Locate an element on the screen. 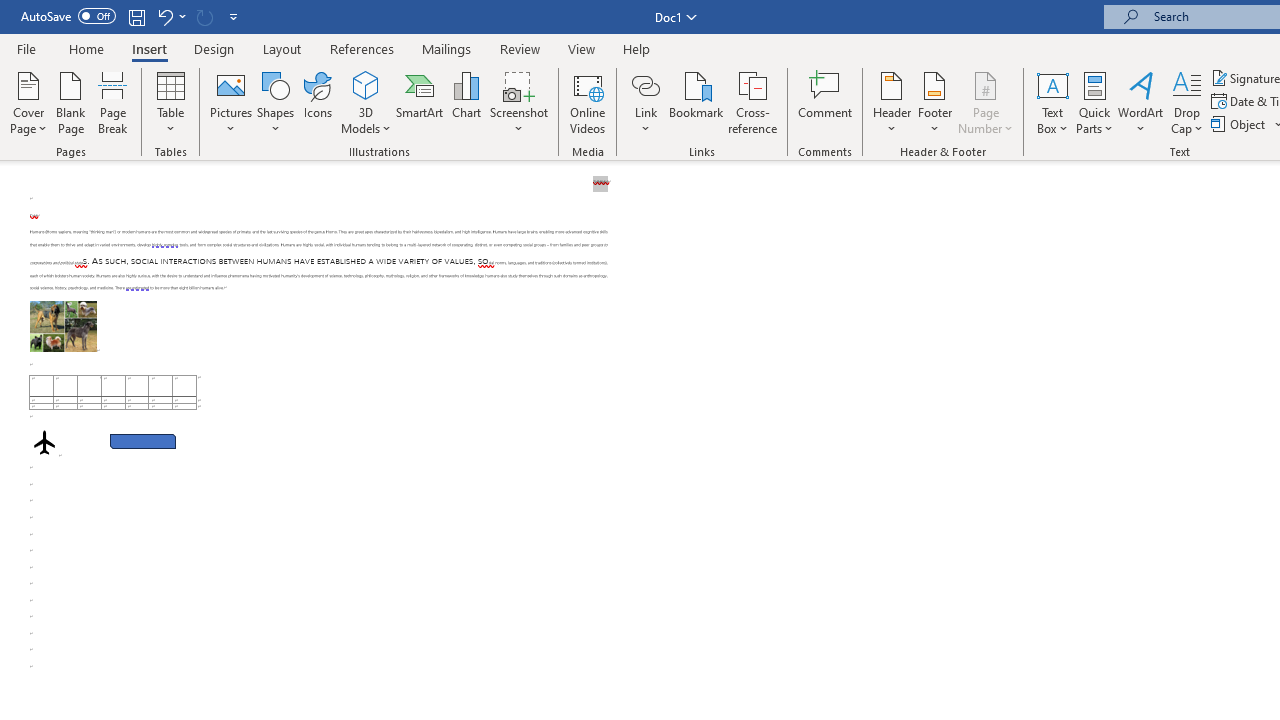  'References' is located at coordinates (362, 48).